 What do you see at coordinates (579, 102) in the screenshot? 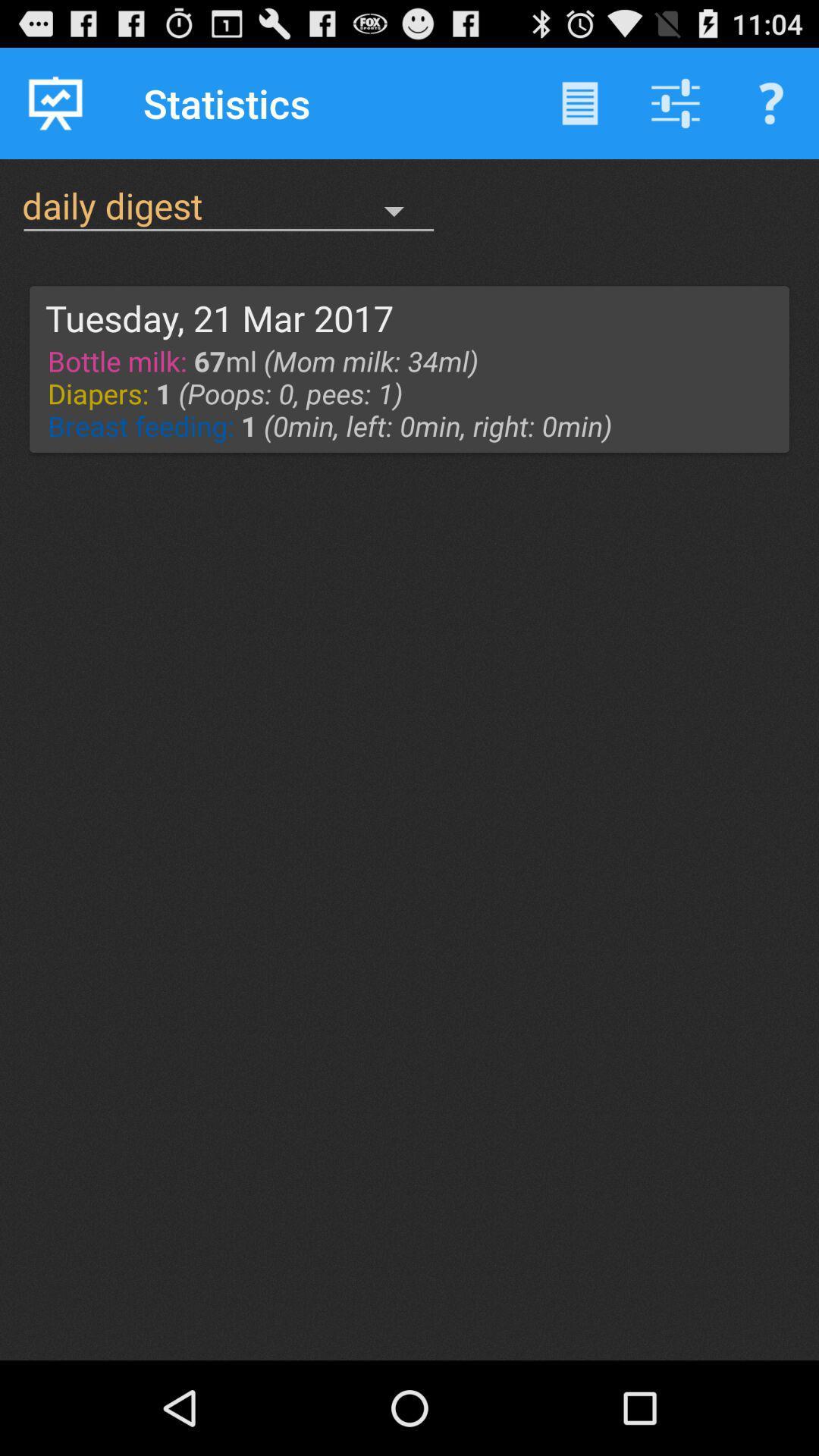
I see `icon to the right of statistics icon` at bounding box center [579, 102].